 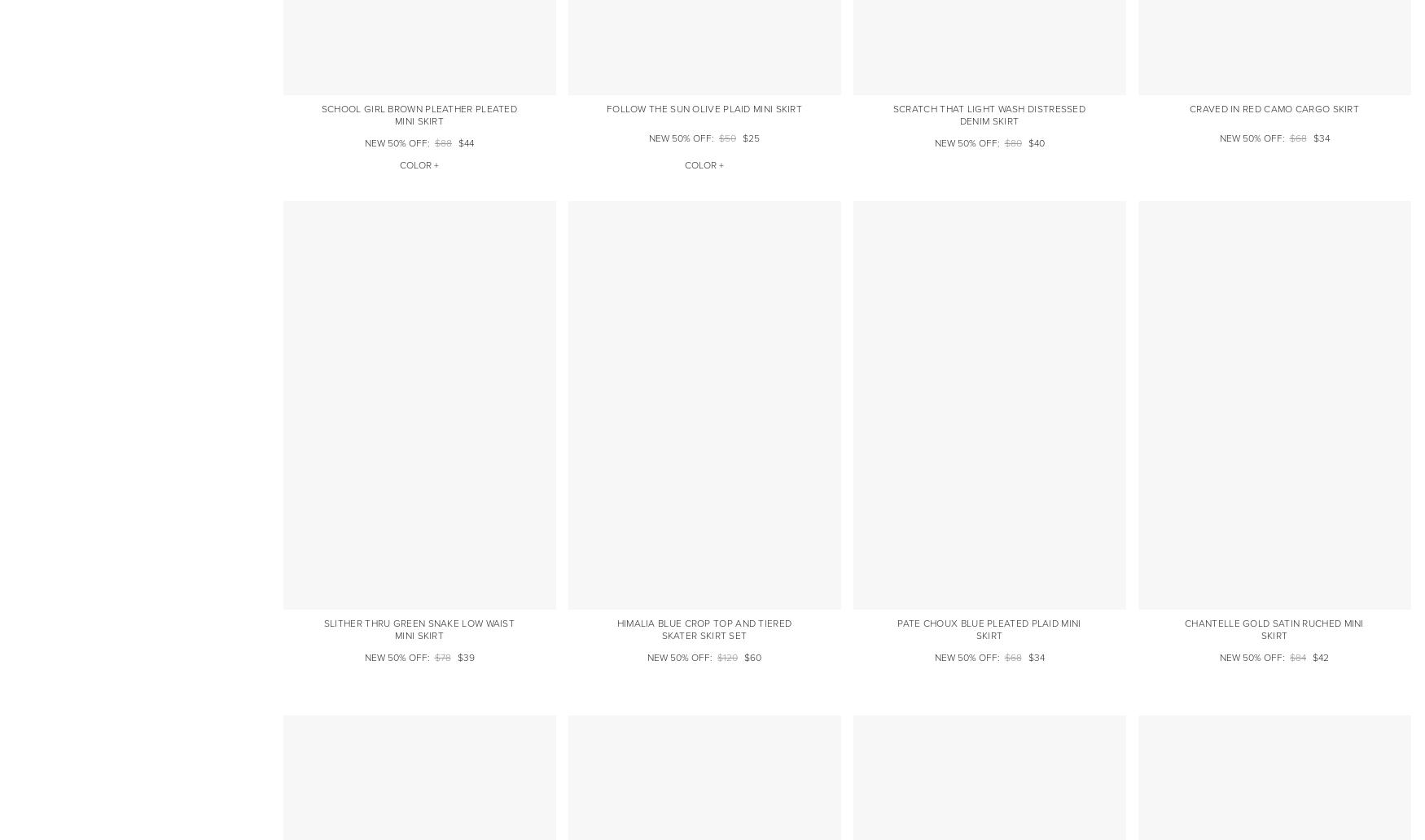 What do you see at coordinates (752, 658) in the screenshot?
I see `'$60'` at bounding box center [752, 658].